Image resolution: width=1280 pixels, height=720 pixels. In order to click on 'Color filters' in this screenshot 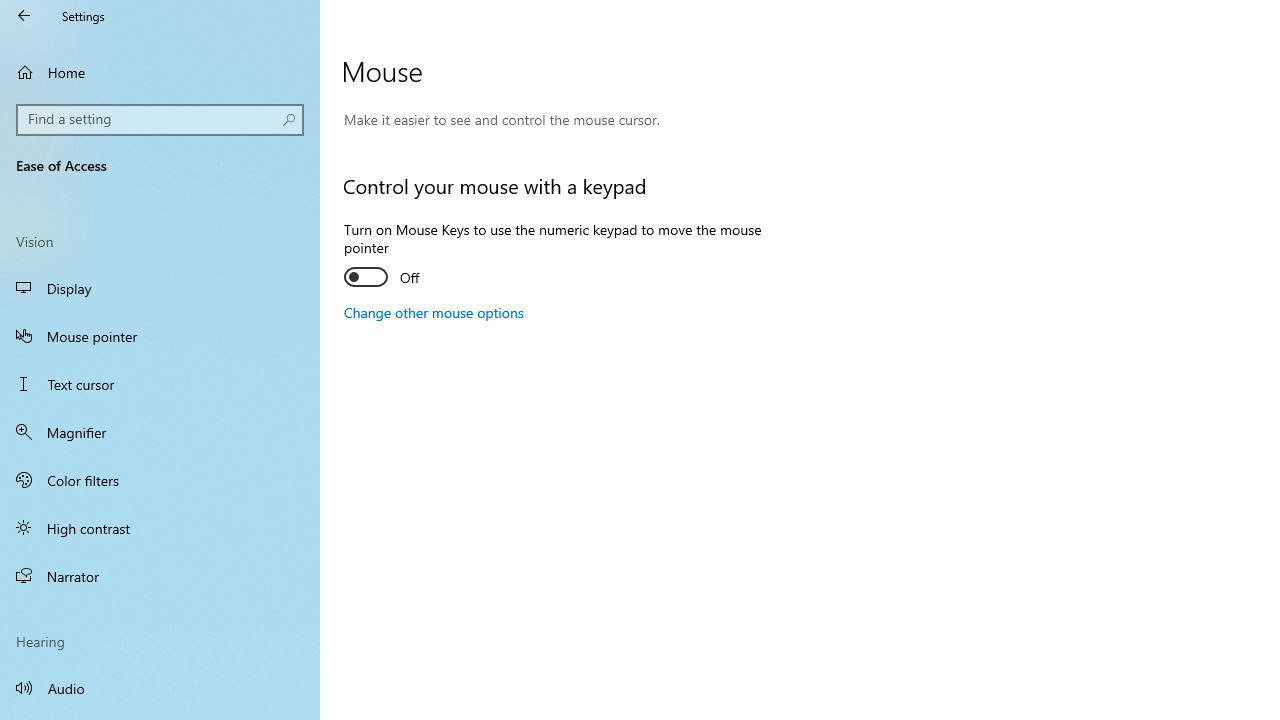, I will do `click(160, 479)`.